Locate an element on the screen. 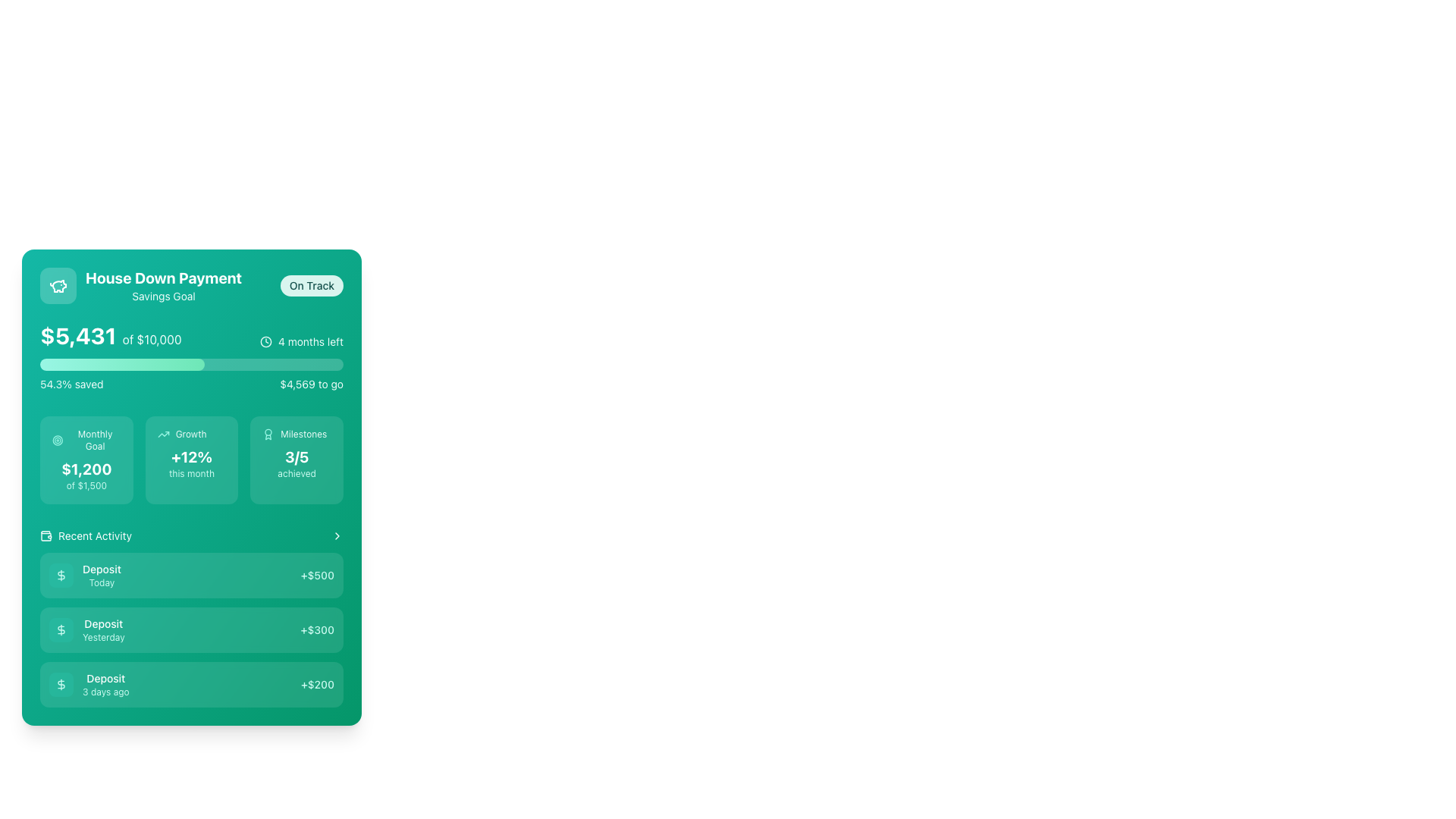 This screenshot has height=819, width=1456. the status indicator label located at the top right corner of the green card section, next to the main heading 'House Down Payment' is located at coordinates (311, 286).